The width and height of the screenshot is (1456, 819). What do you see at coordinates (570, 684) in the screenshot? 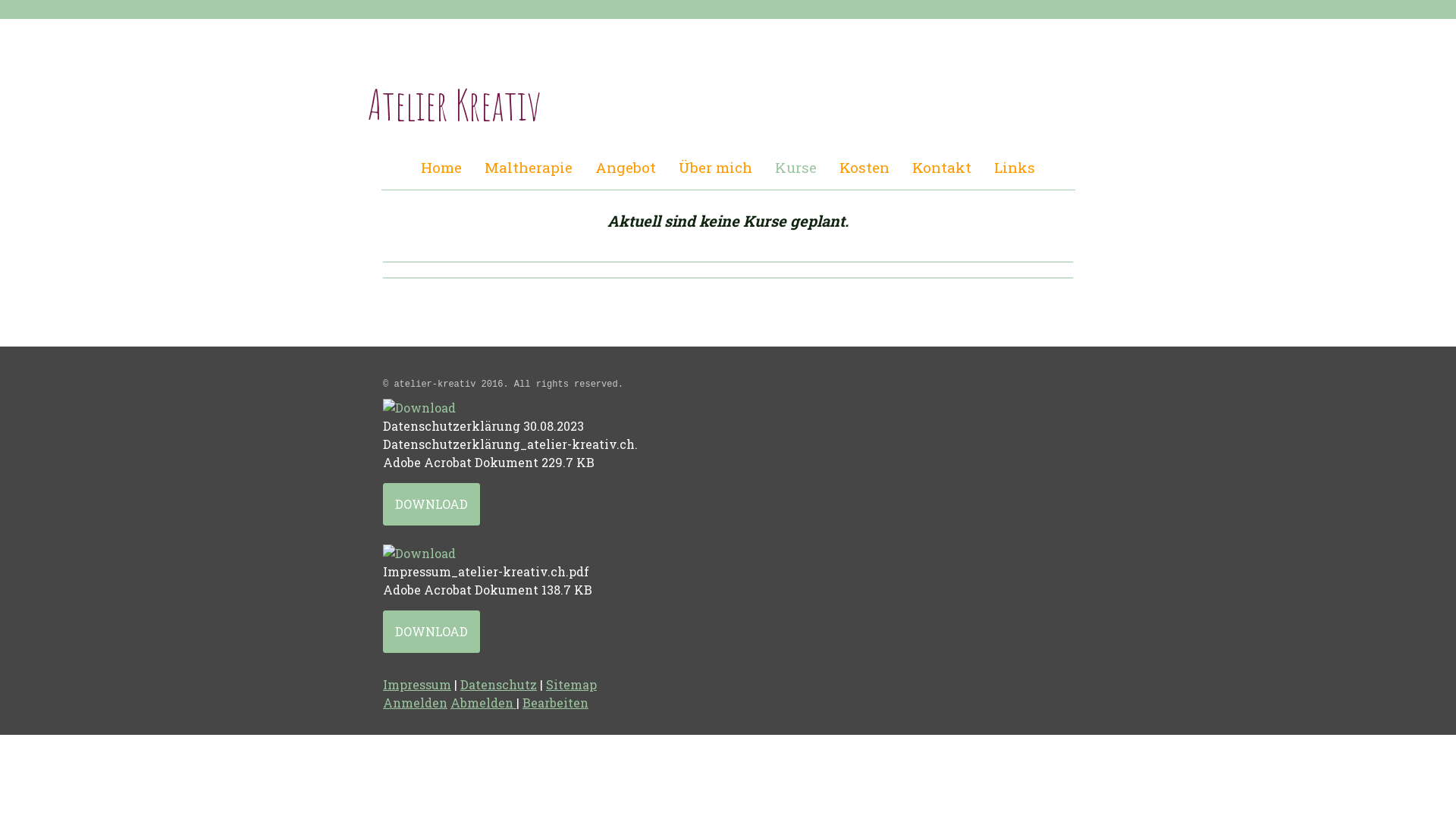
I see `'Sitemap'` at bounding box center [570, 684].